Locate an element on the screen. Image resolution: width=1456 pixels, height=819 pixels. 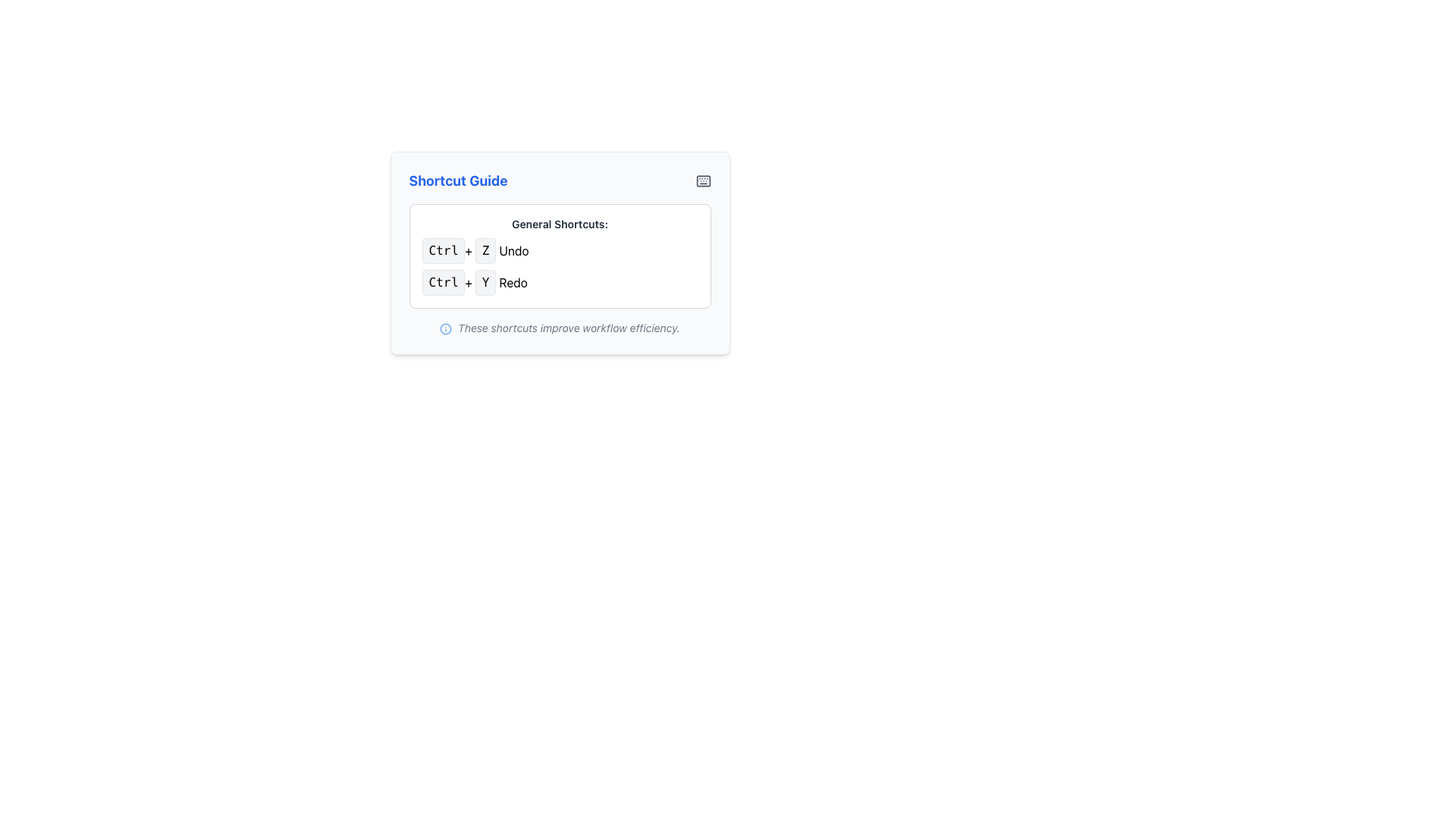
the 'Y' key representation in the 'Ctrl + Y' keyboard shortcut, which indicates its role in the 'Redo' operation is located at coordinates (485, 283).